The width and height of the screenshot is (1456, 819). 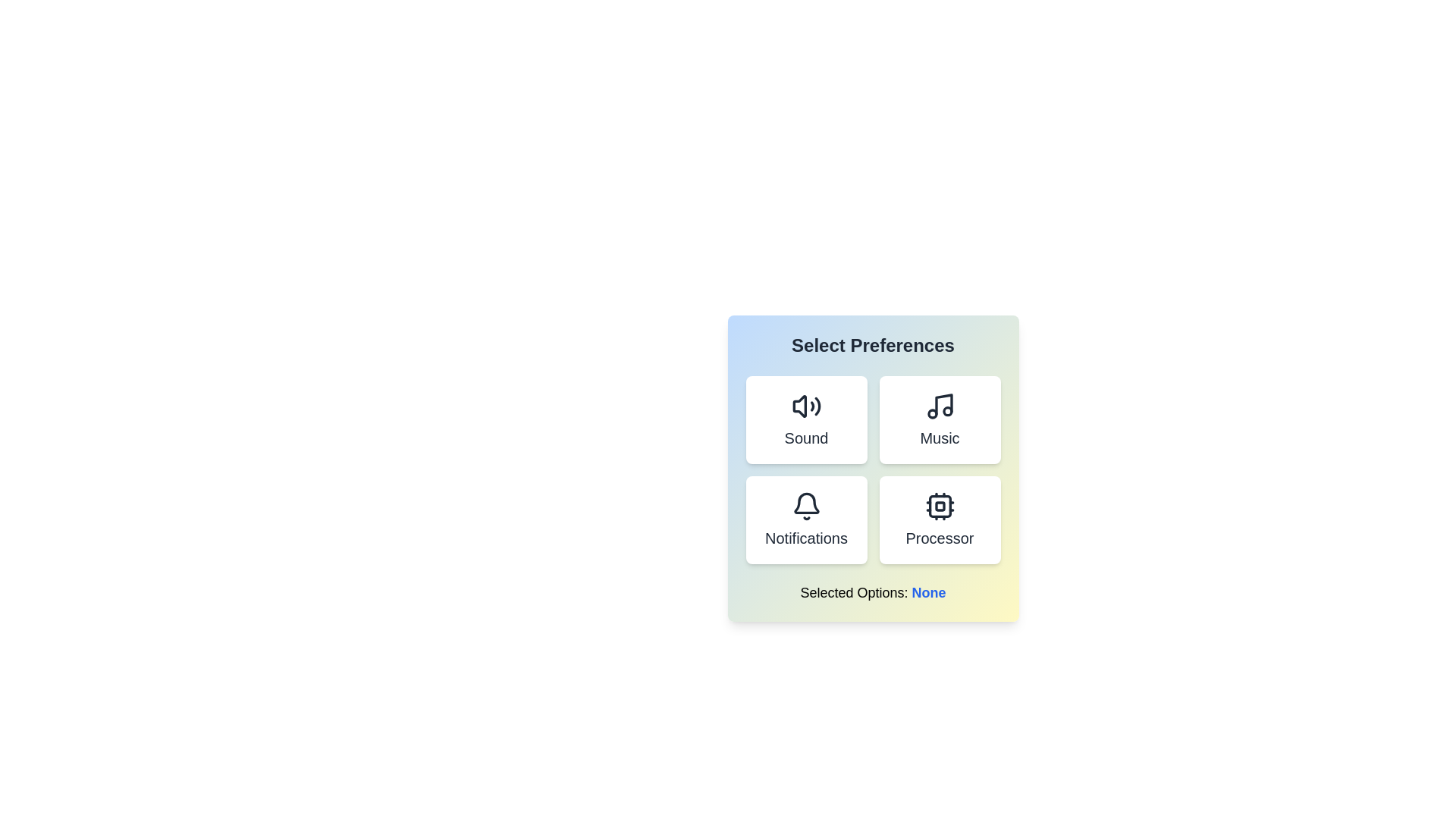 I want to click on the preference Notifications, so click(x=805, y=519).